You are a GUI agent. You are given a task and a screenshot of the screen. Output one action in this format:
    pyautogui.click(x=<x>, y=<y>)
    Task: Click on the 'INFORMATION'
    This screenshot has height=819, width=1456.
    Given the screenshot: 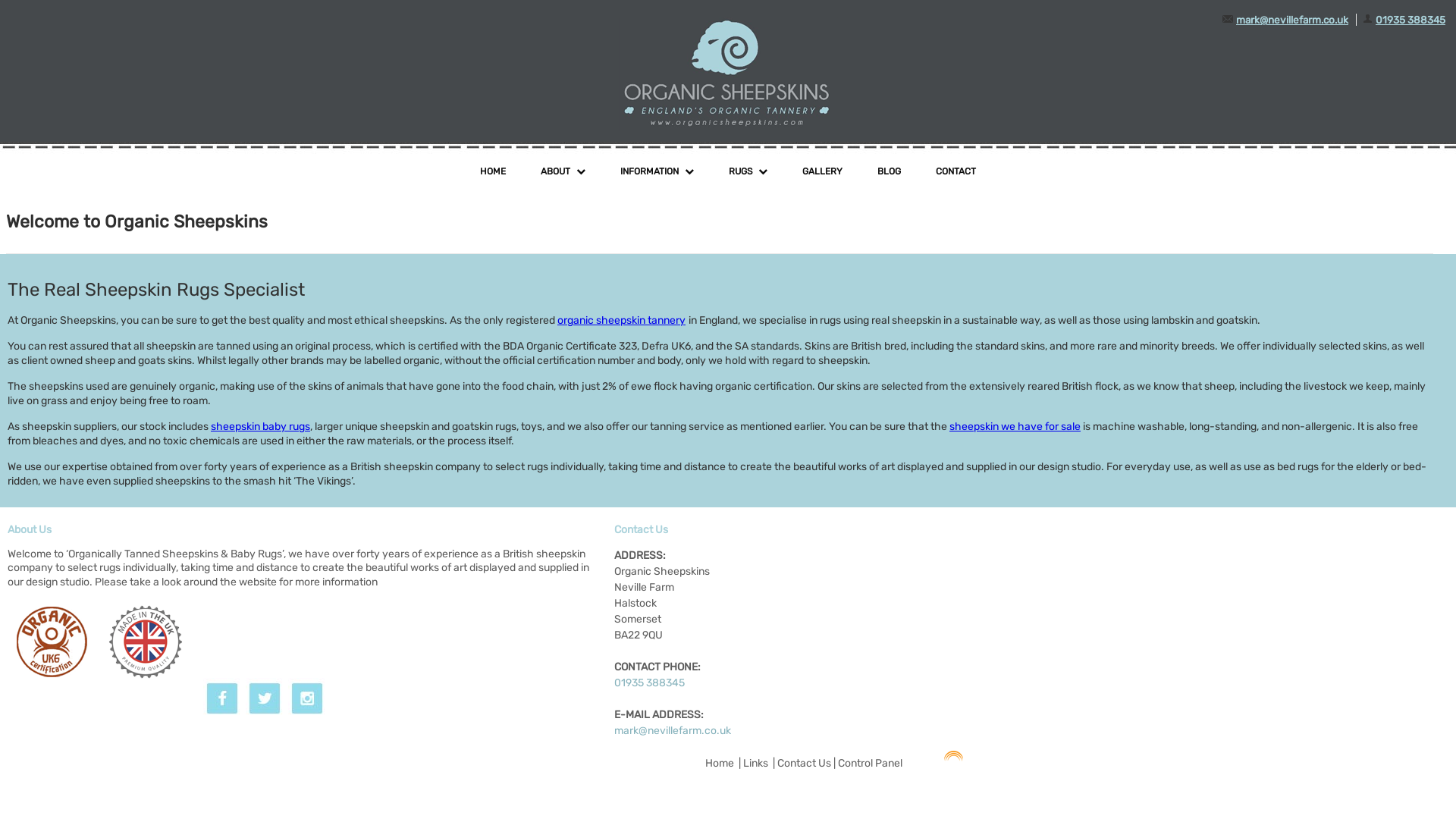 What is the action you would take?
    pyautogui.click(x=657, y=171)
    